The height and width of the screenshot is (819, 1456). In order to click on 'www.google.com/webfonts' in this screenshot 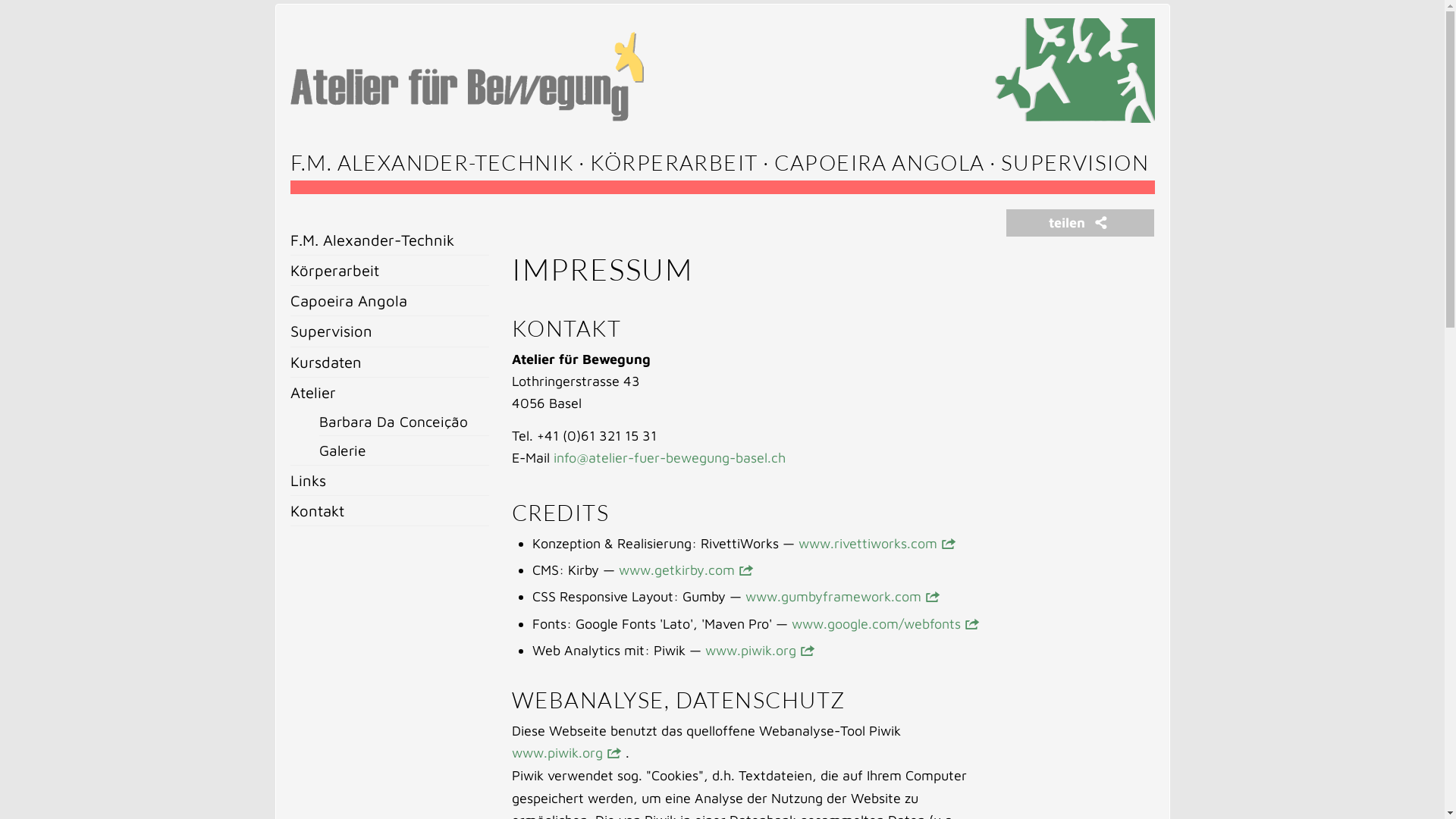, I will do `click(876, 623)`.